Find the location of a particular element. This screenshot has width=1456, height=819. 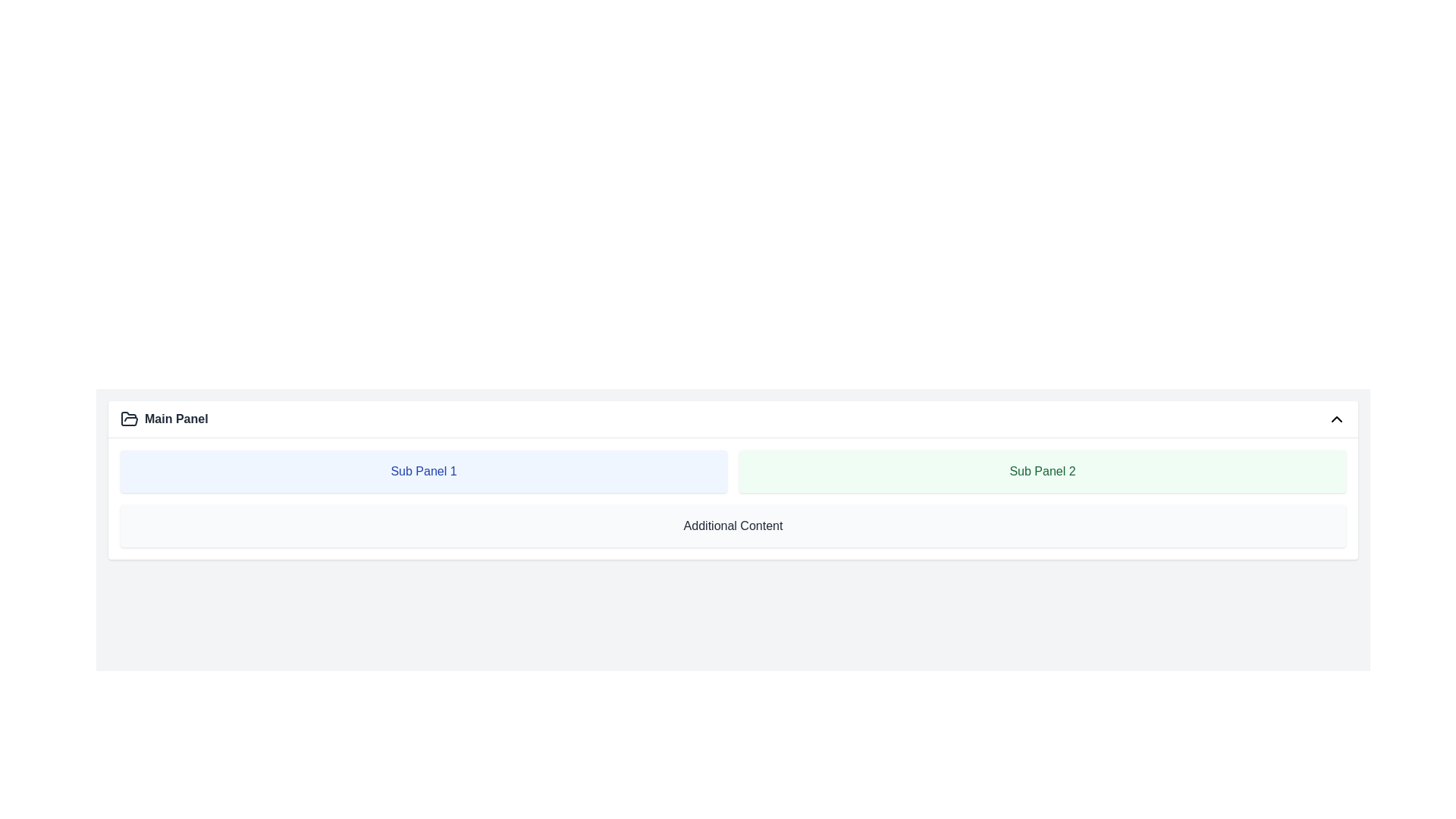

label that identifies the section in the top-left corner of the containing panel is located at coordinates (164, 419).